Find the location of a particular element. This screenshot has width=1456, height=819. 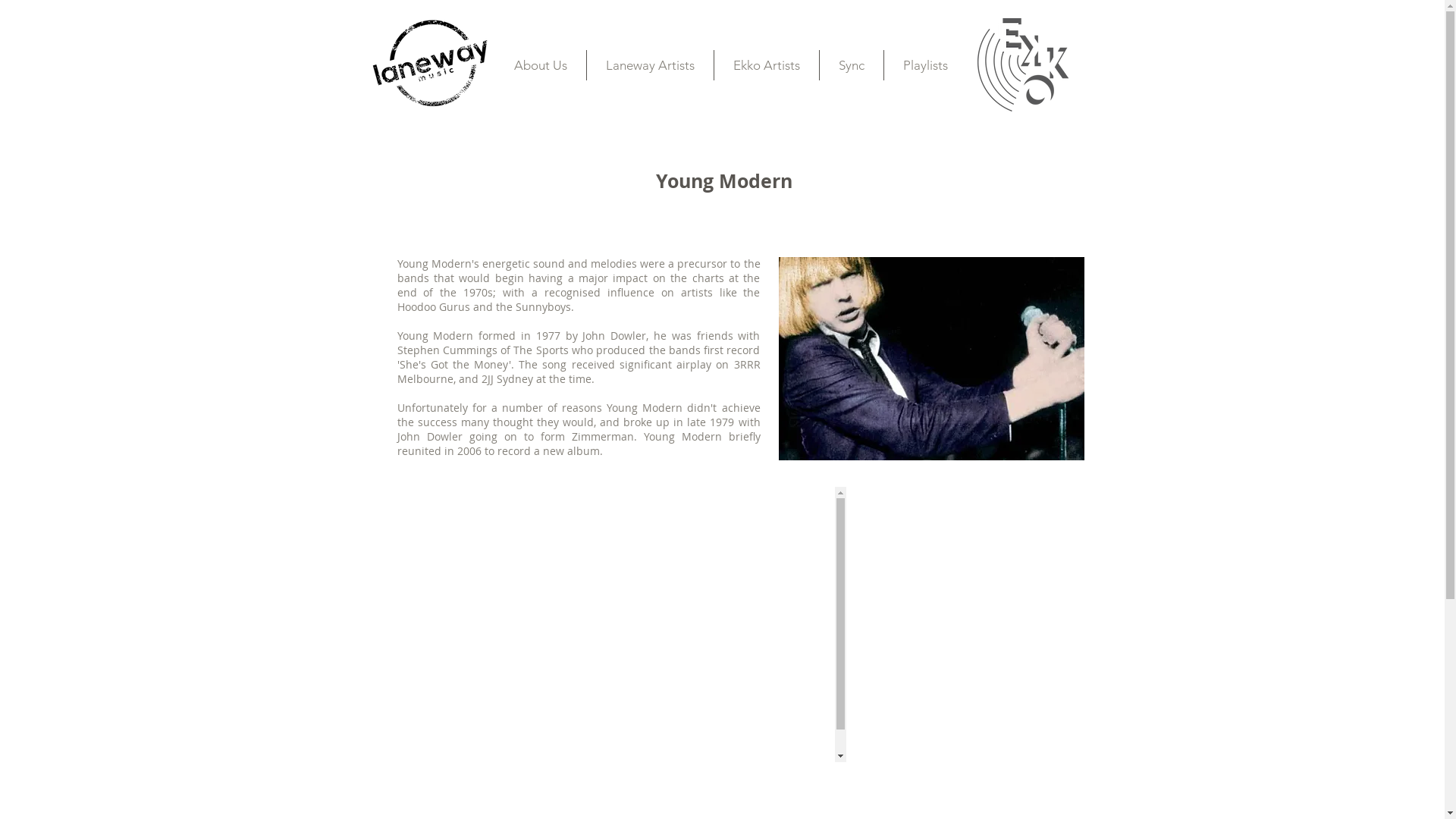

'Ekko Artists' is located at coordinates (767, 64).